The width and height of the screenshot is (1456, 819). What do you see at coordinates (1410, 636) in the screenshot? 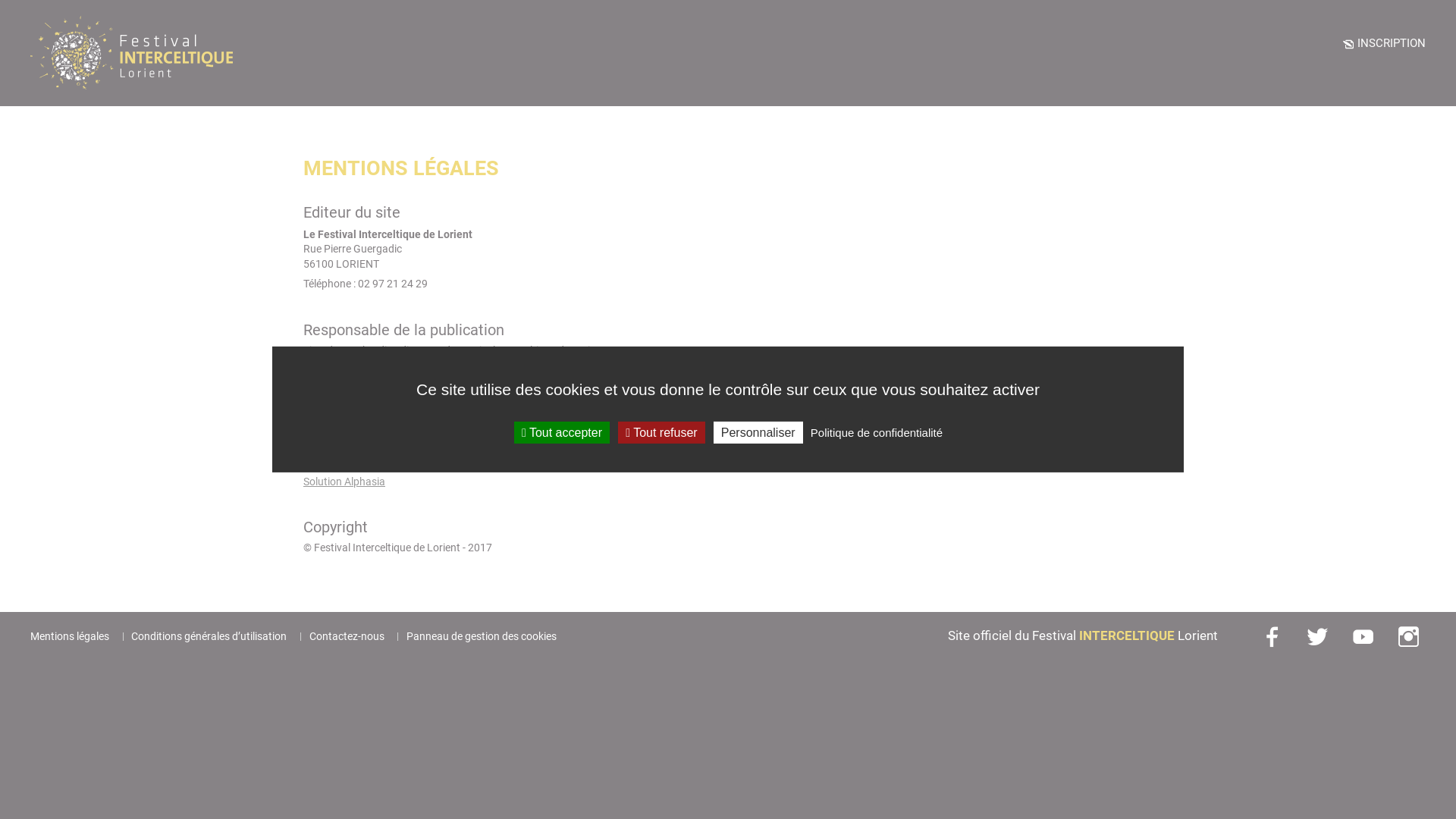
I see `'Instagram'` at bounding box center [1410, 636].